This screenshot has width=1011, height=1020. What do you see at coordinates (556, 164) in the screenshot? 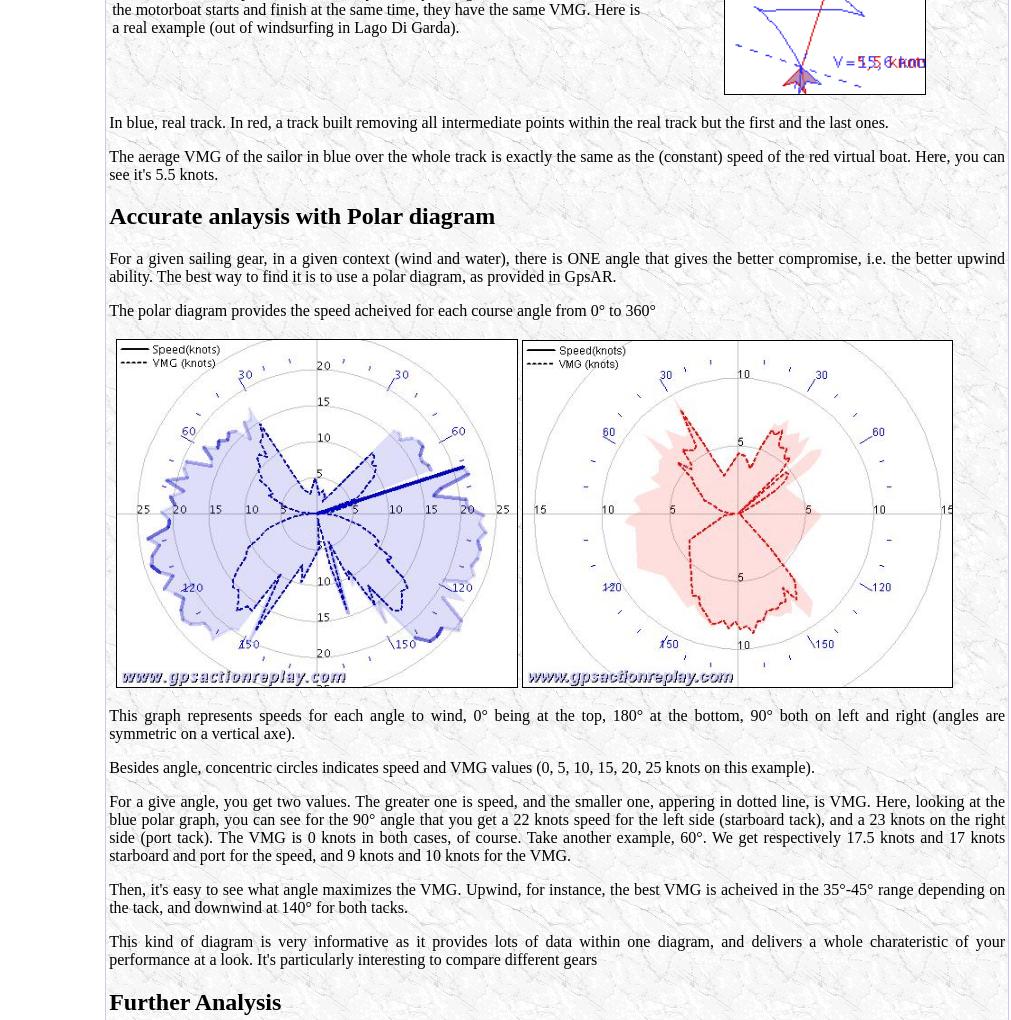
I see `'The aerage VMG of the sailor in blue over the whole track is exactly the same as the (constant) speed of the red virtual boat. Here, you can see it's 5.5 knots.'` at bounding box center [556, 164].